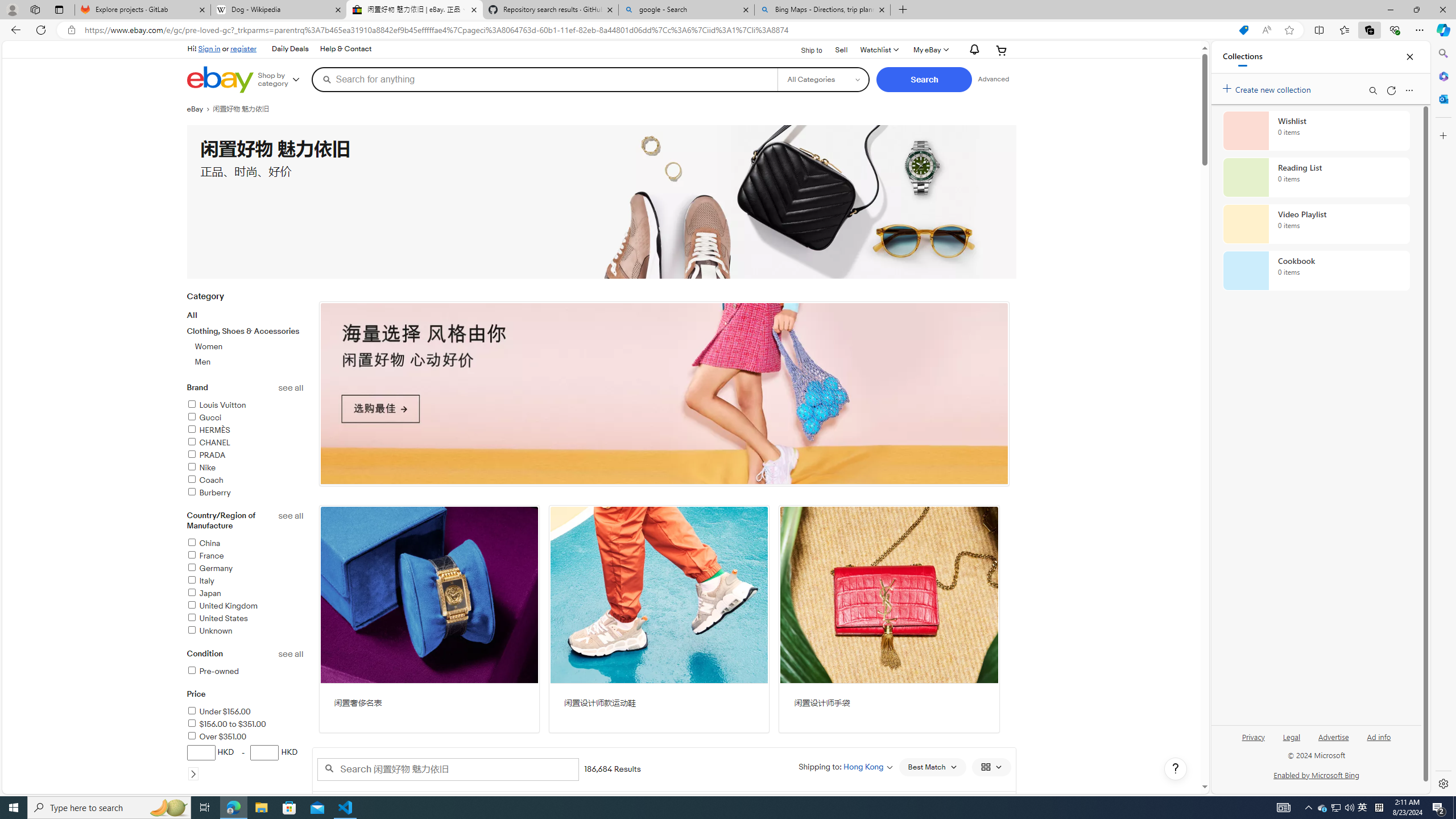 The width and height of the screenshot is (1456, 819). Describe the element at coordinates (245, 455) in the screenshot. I see `'PRADA'` at that location.